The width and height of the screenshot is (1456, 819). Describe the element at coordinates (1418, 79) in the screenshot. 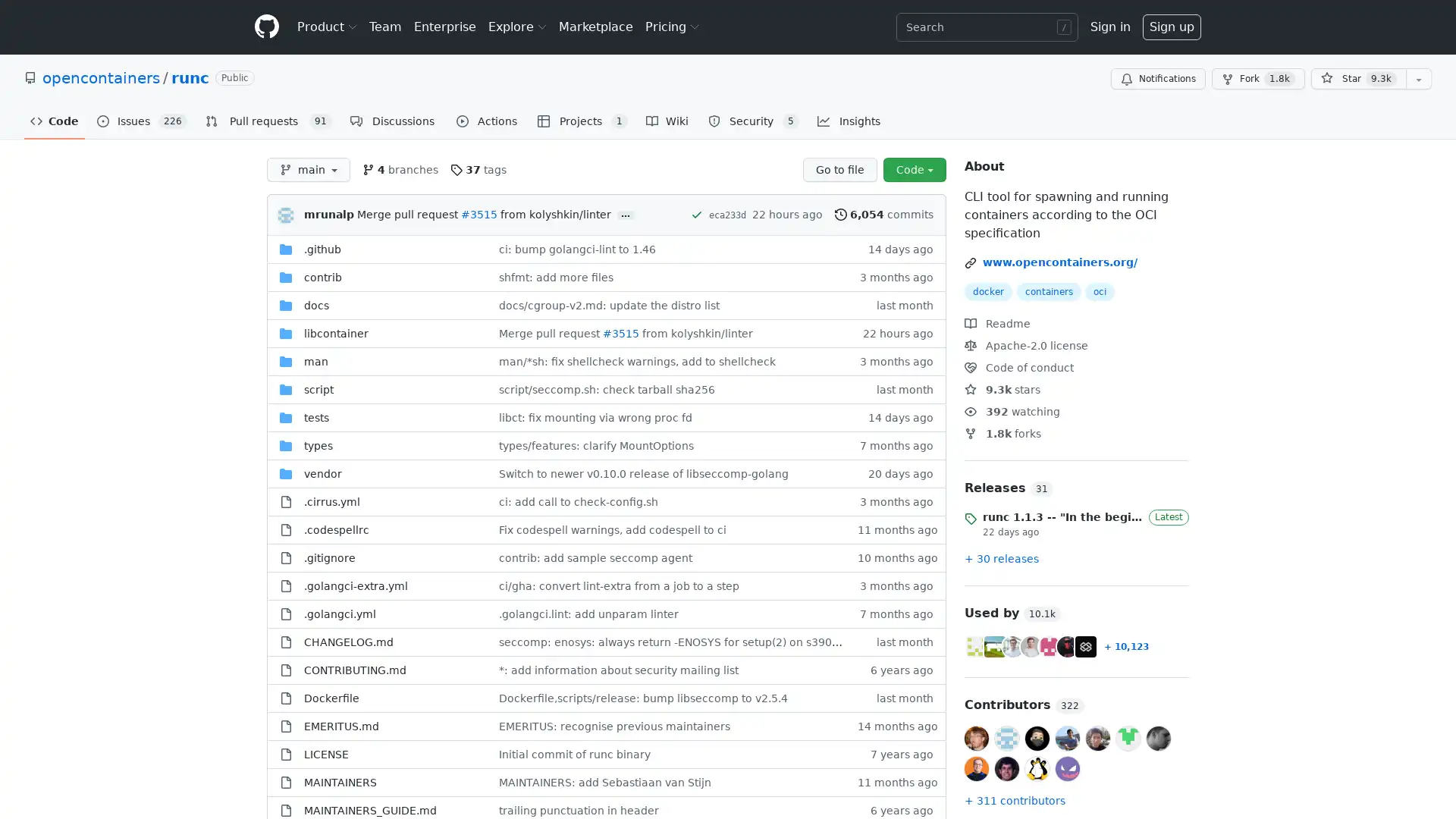

I see `You must be signed in to add this repository to a list` at that location.